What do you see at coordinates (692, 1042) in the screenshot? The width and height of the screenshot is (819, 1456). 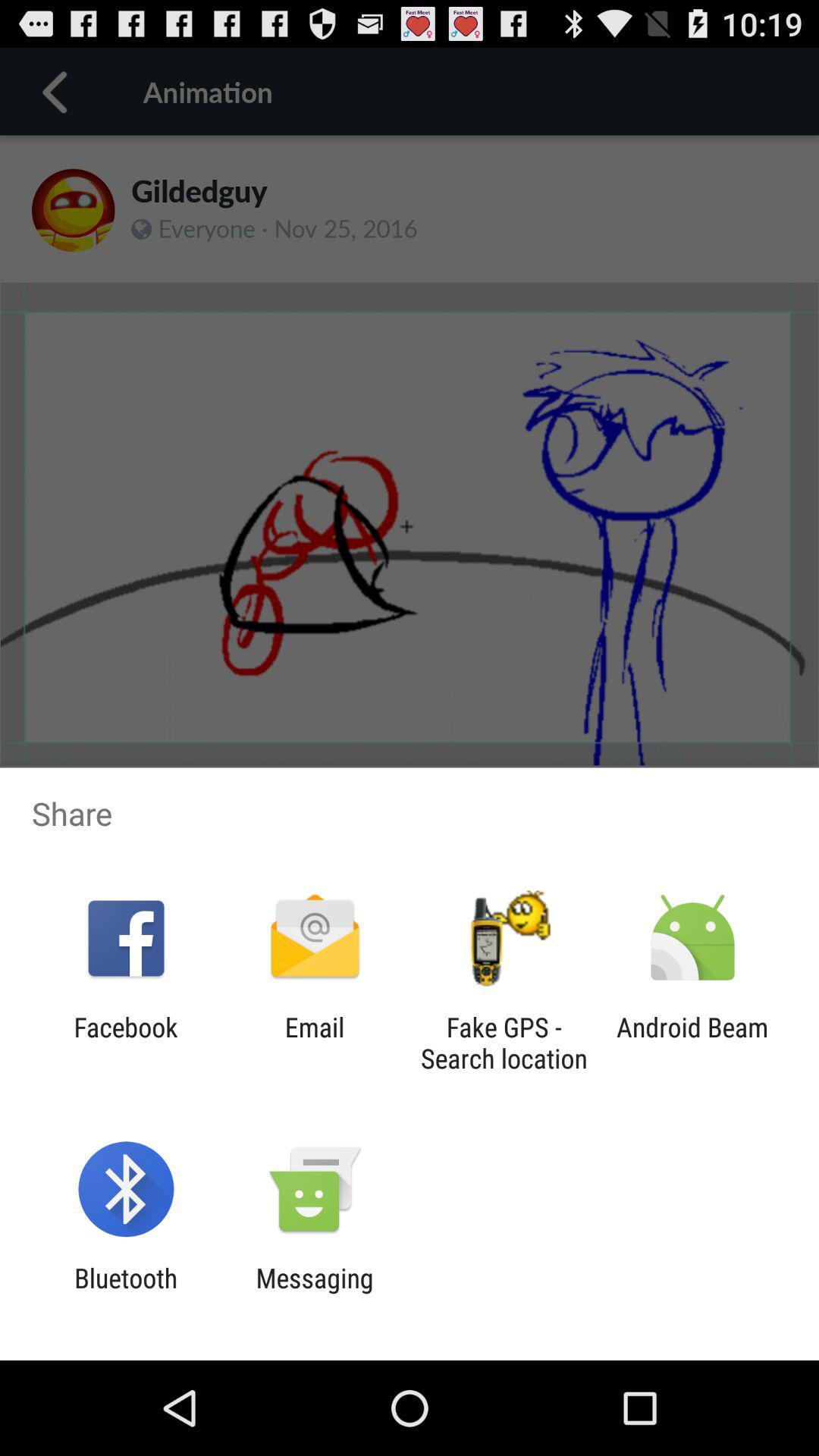 I see `the android beam icon` at bounding box center [692, 1042].